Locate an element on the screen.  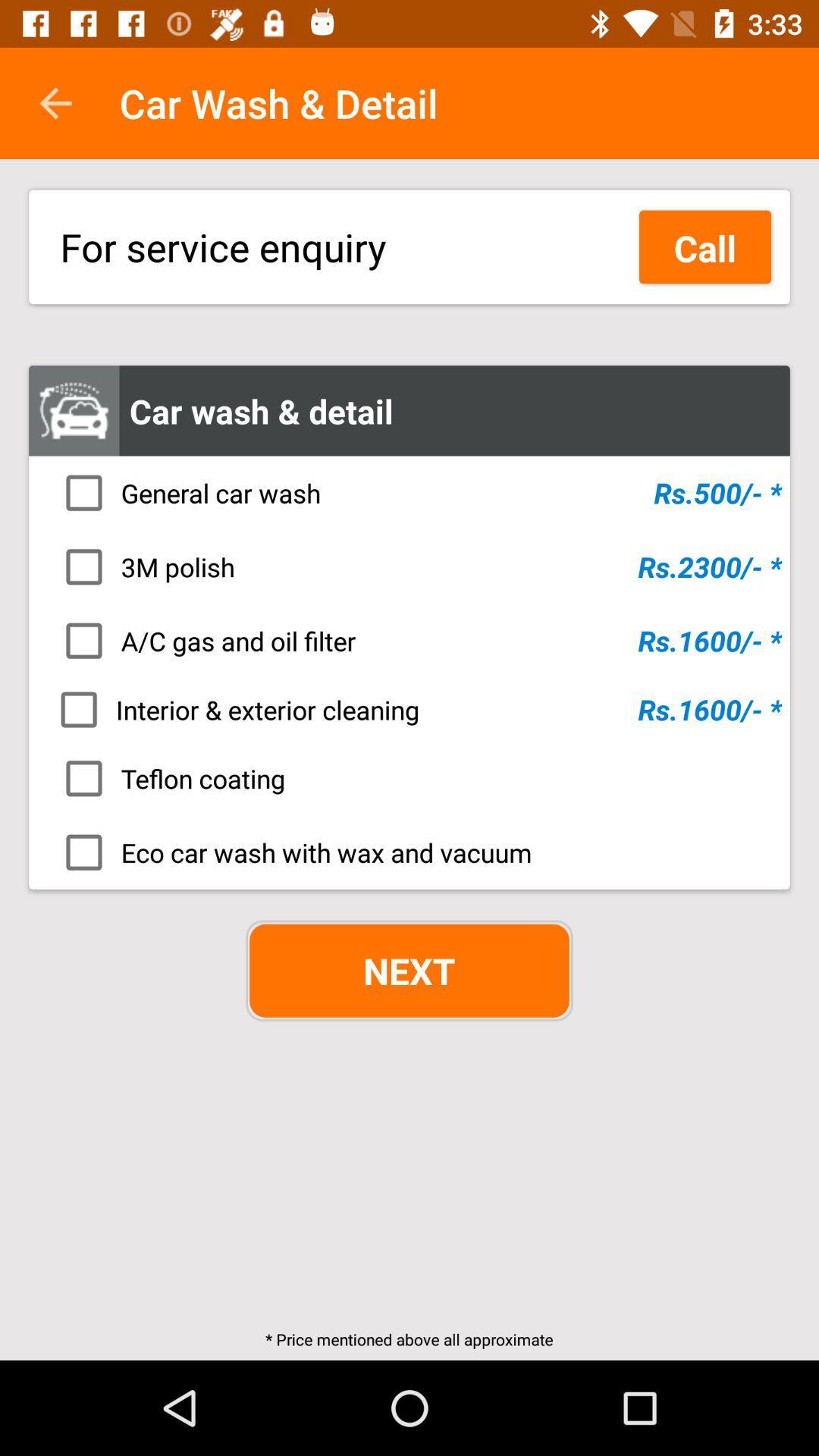
item to the left of car wash & detail icon is located at coordinates (55, 102).